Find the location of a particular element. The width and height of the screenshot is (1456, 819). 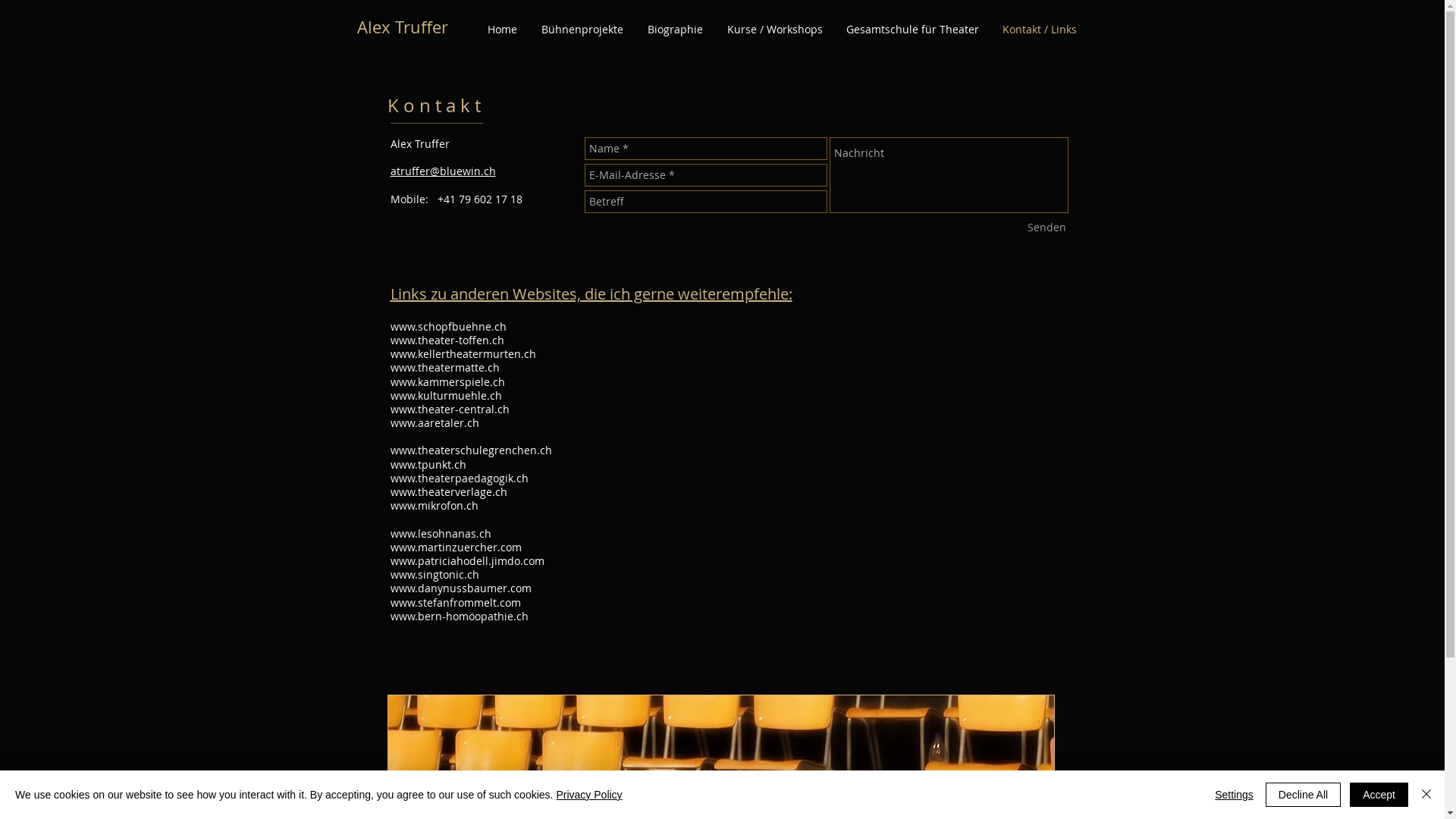

'www.schopfbuehne.ch' is located at coordinates (447, 325).